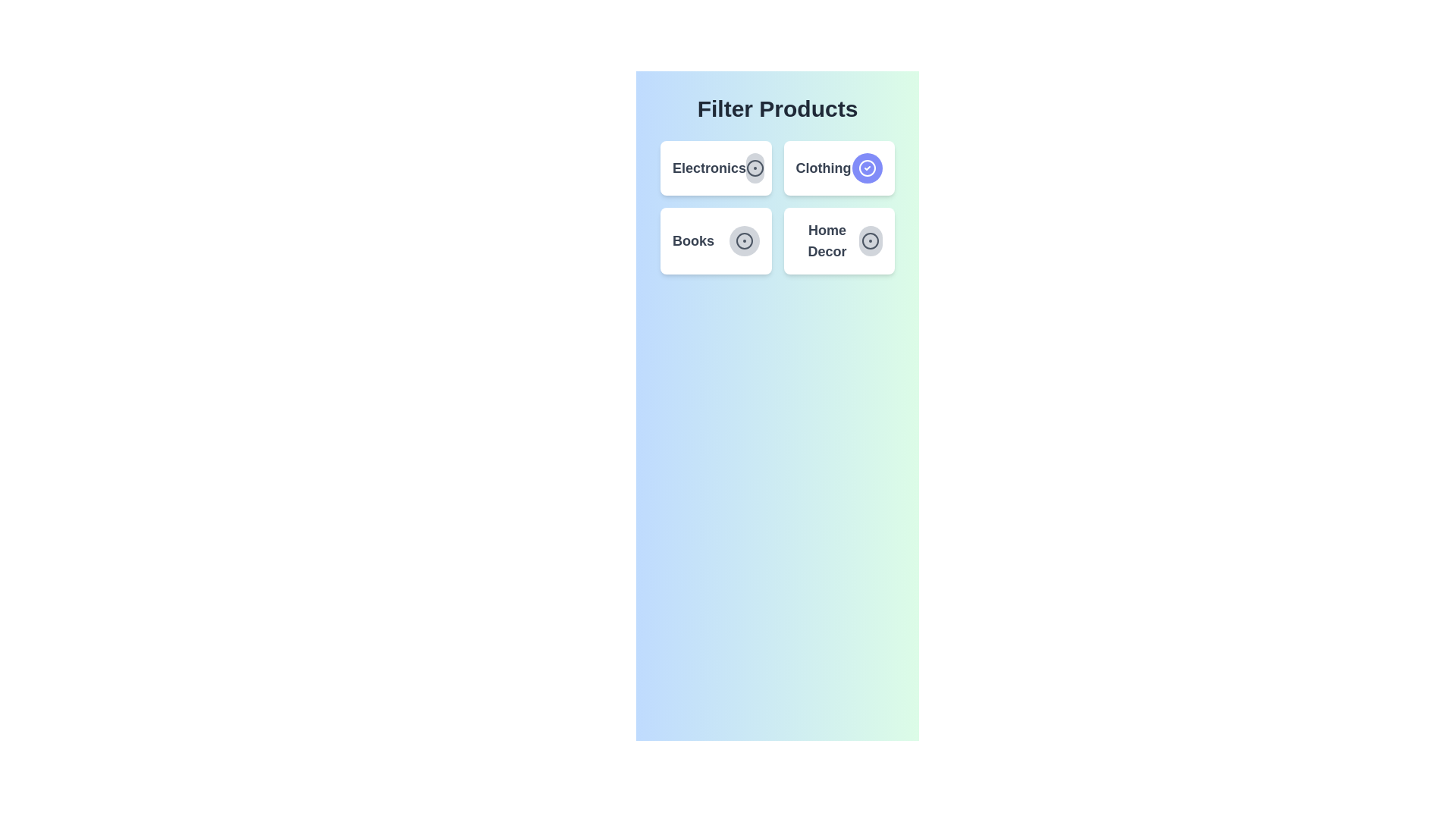 The width and height of the screenshot is (1456, 819). I want to click on the category text label Electronics by clicking on it, so click(708, 168).